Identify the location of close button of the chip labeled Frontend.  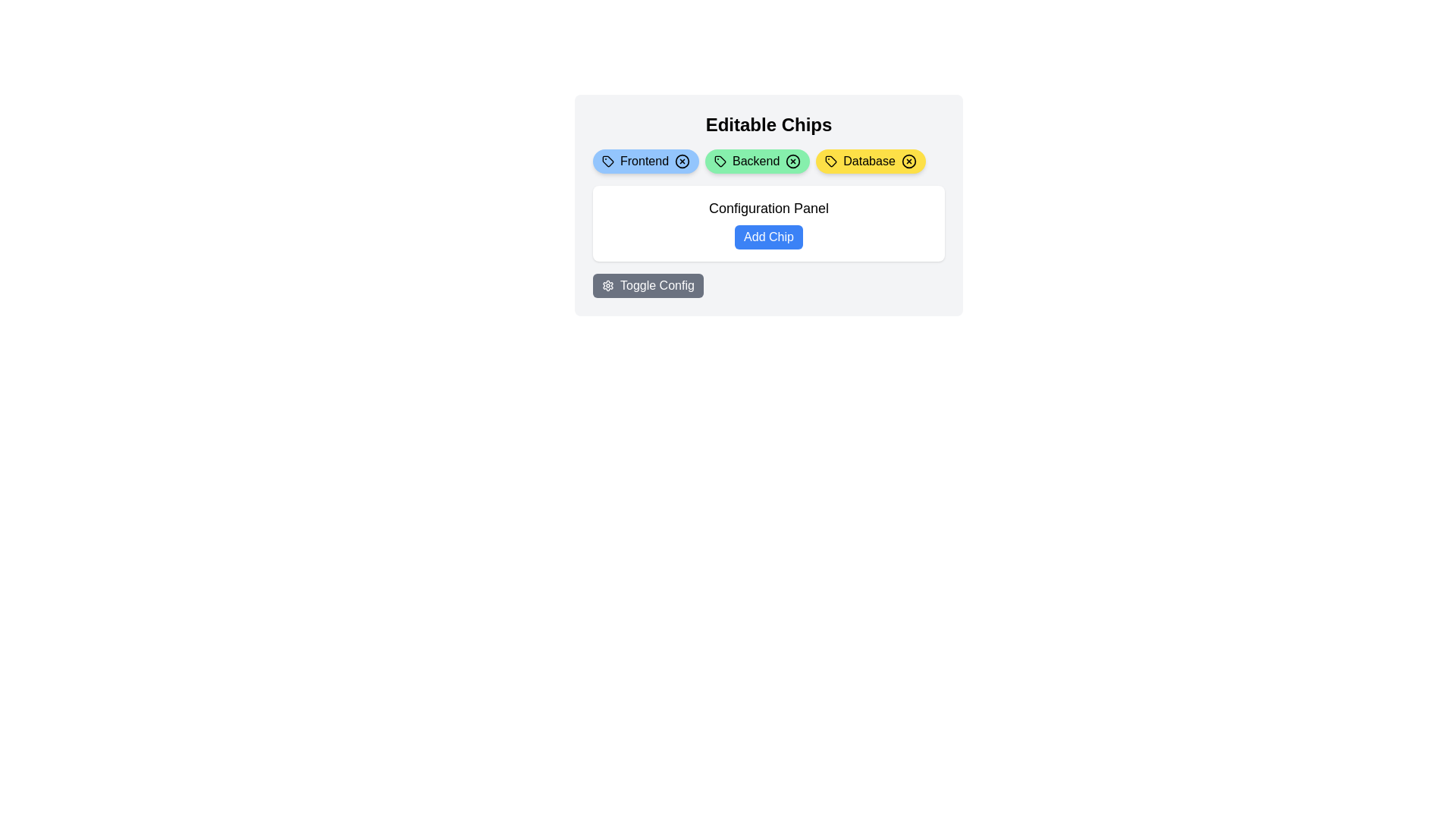
(682, 161).